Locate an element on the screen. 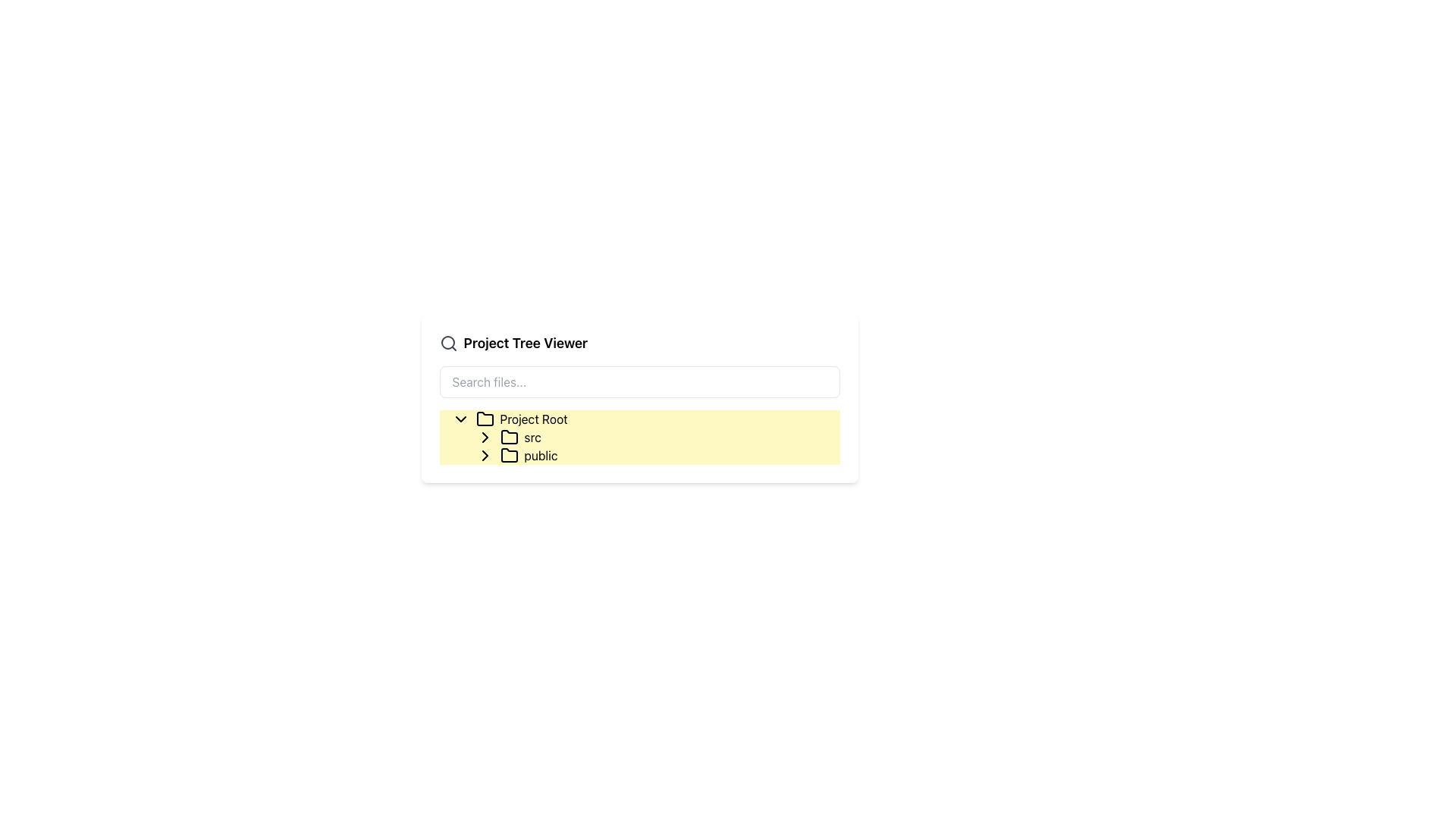 Image resolution: width=1456 pixels, height=819 pixels. the Tree View Component located is located at coordinates (639, 438).